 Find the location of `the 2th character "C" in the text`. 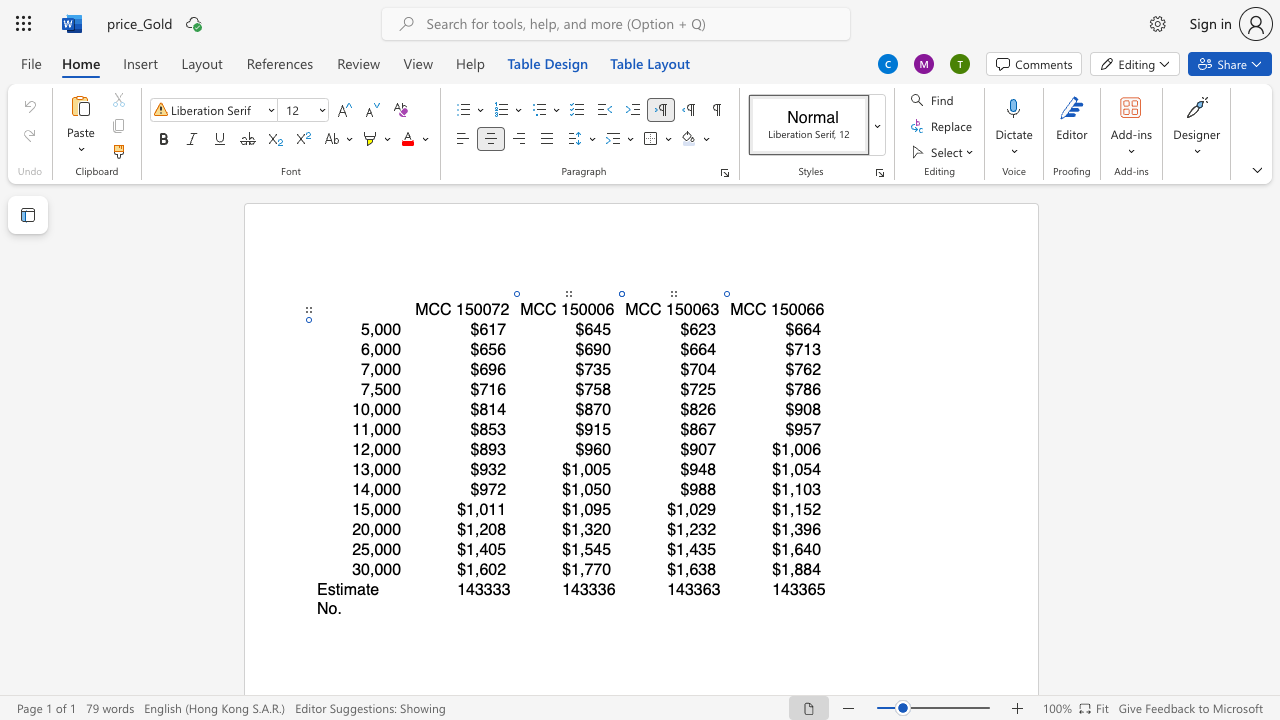

the 2th character "C" in the text is located at coordinates (759, 309).